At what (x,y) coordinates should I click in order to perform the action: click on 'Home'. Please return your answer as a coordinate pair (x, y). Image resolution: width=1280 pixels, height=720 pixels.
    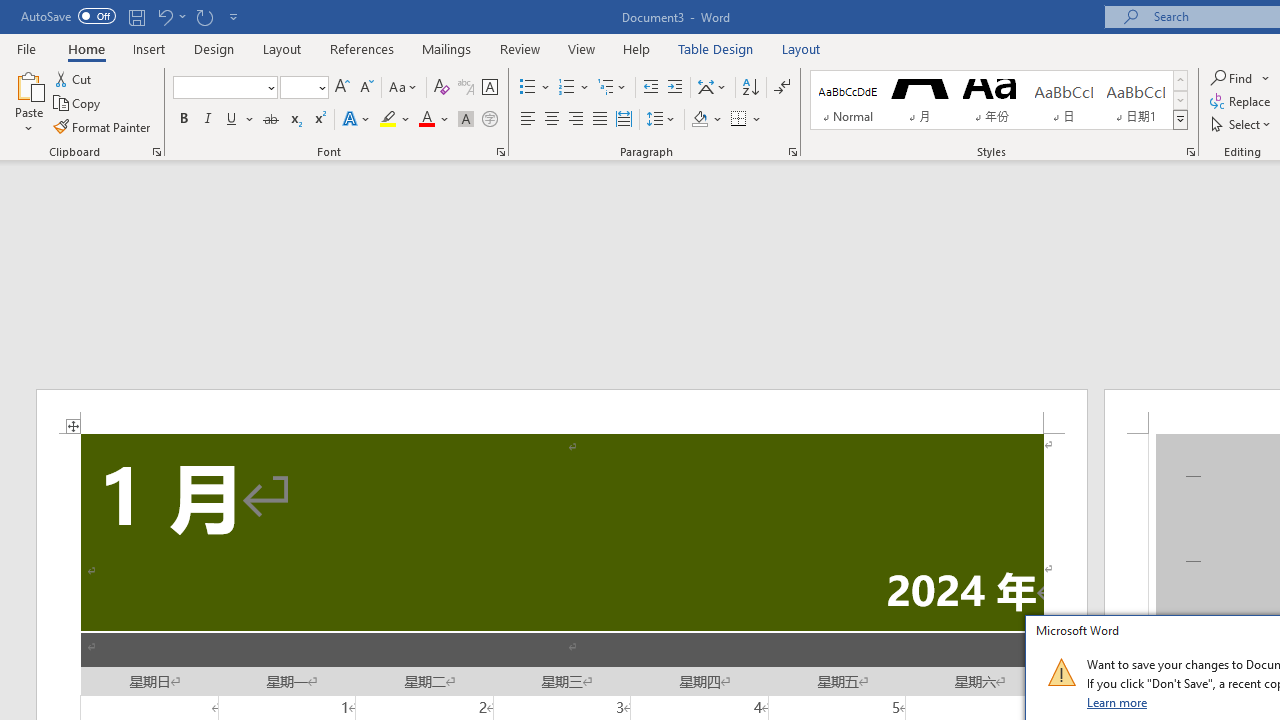
    Looking at the image, I should click on (85, 48).